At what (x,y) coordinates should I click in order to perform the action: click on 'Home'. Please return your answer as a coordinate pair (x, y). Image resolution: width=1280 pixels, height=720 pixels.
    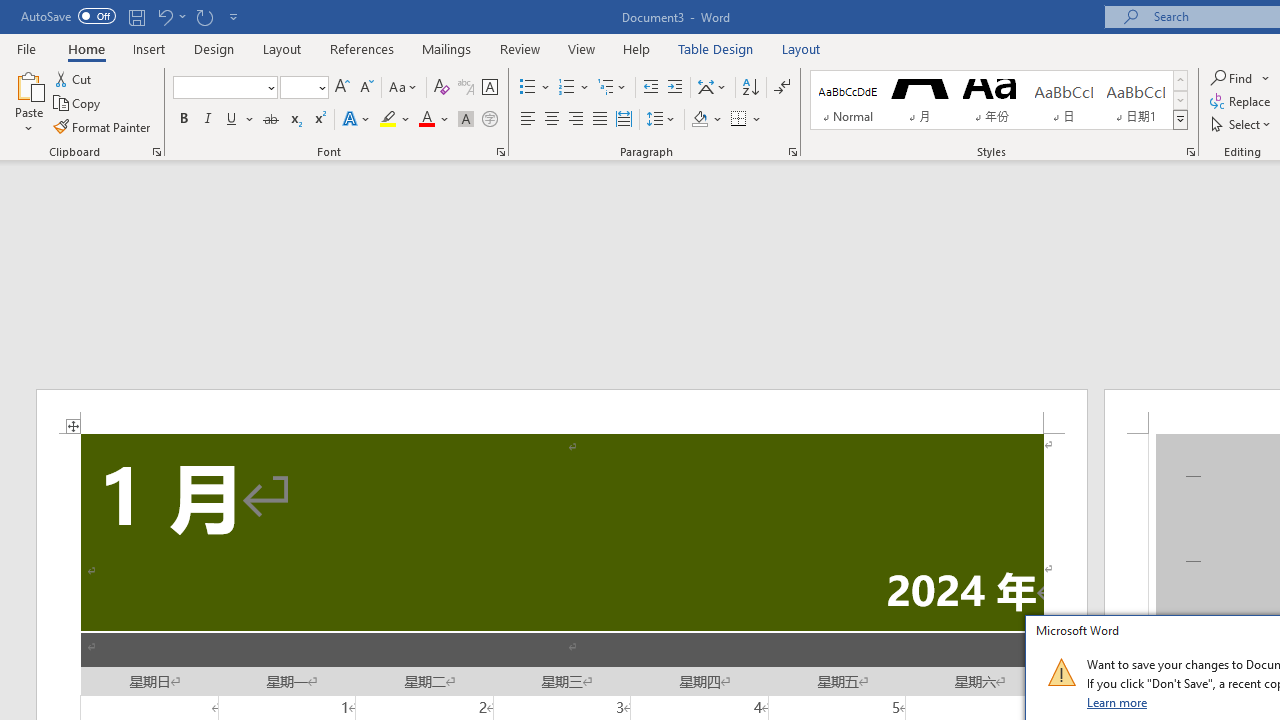
    Looking at the image, I should click on (85, 48).